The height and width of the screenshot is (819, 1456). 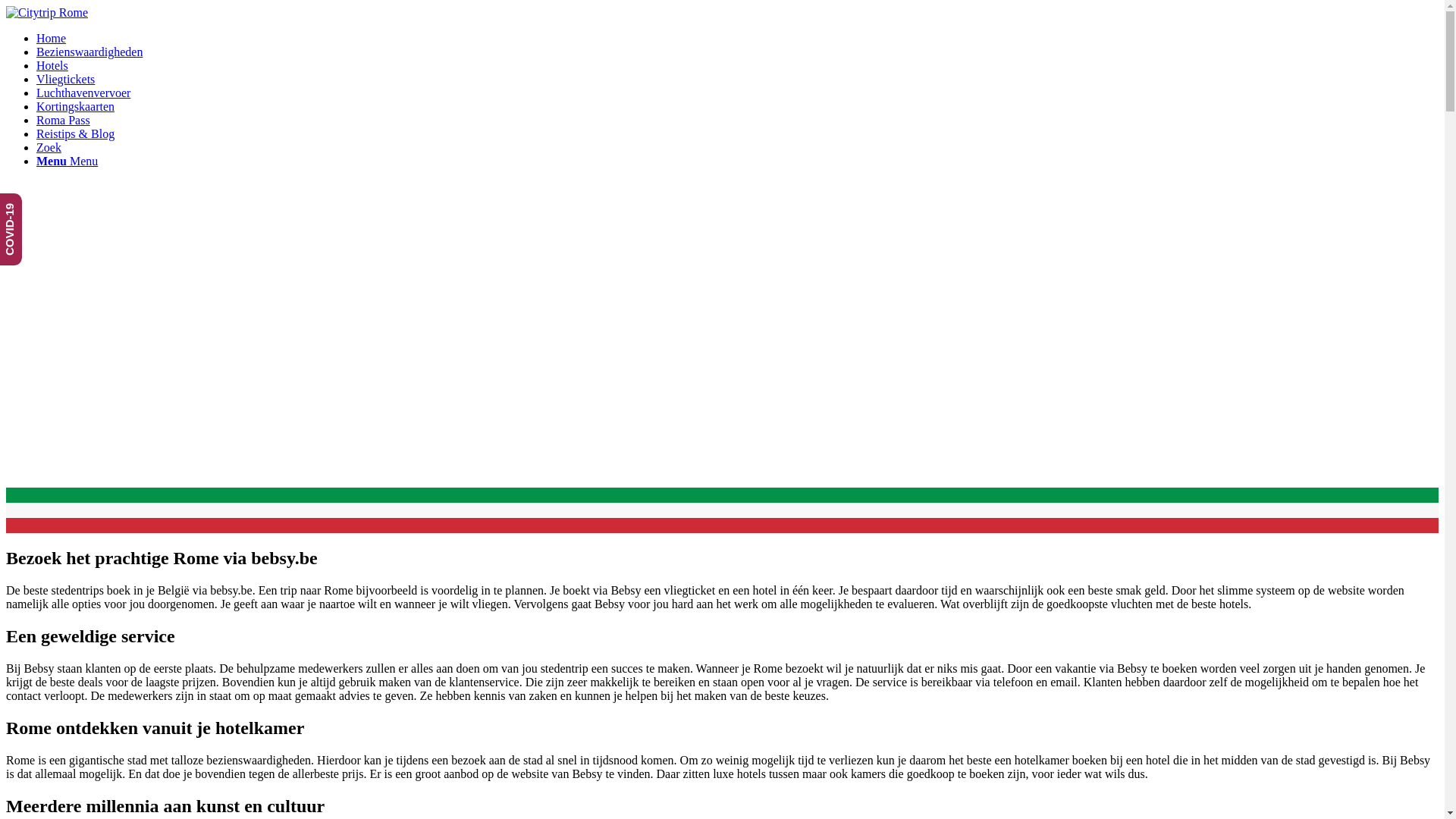 What do you see at coordinates (66, 161) in the screenshot?
I see `'Menu Menu'` at bounding box center [66, 161].